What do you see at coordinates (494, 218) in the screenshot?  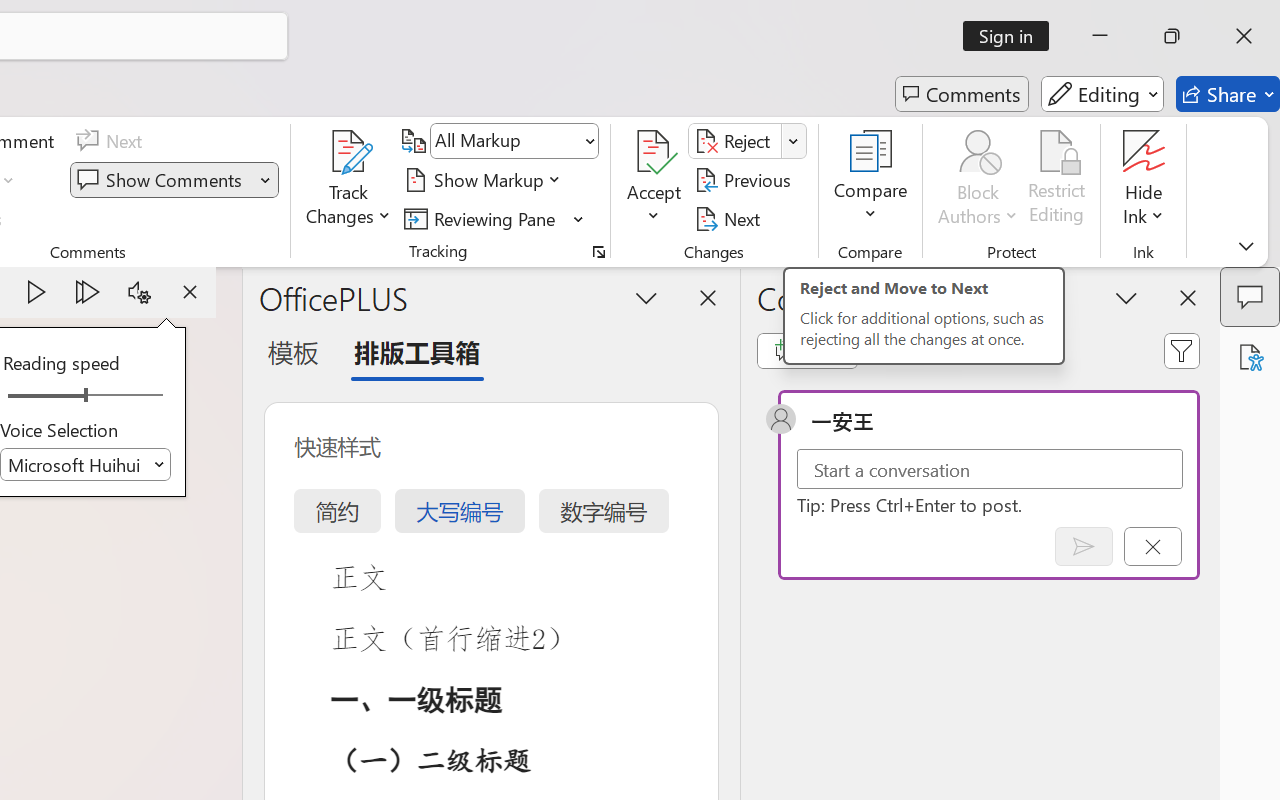 I see `'Reviewing Pane'` at bounding box center [494, 218].